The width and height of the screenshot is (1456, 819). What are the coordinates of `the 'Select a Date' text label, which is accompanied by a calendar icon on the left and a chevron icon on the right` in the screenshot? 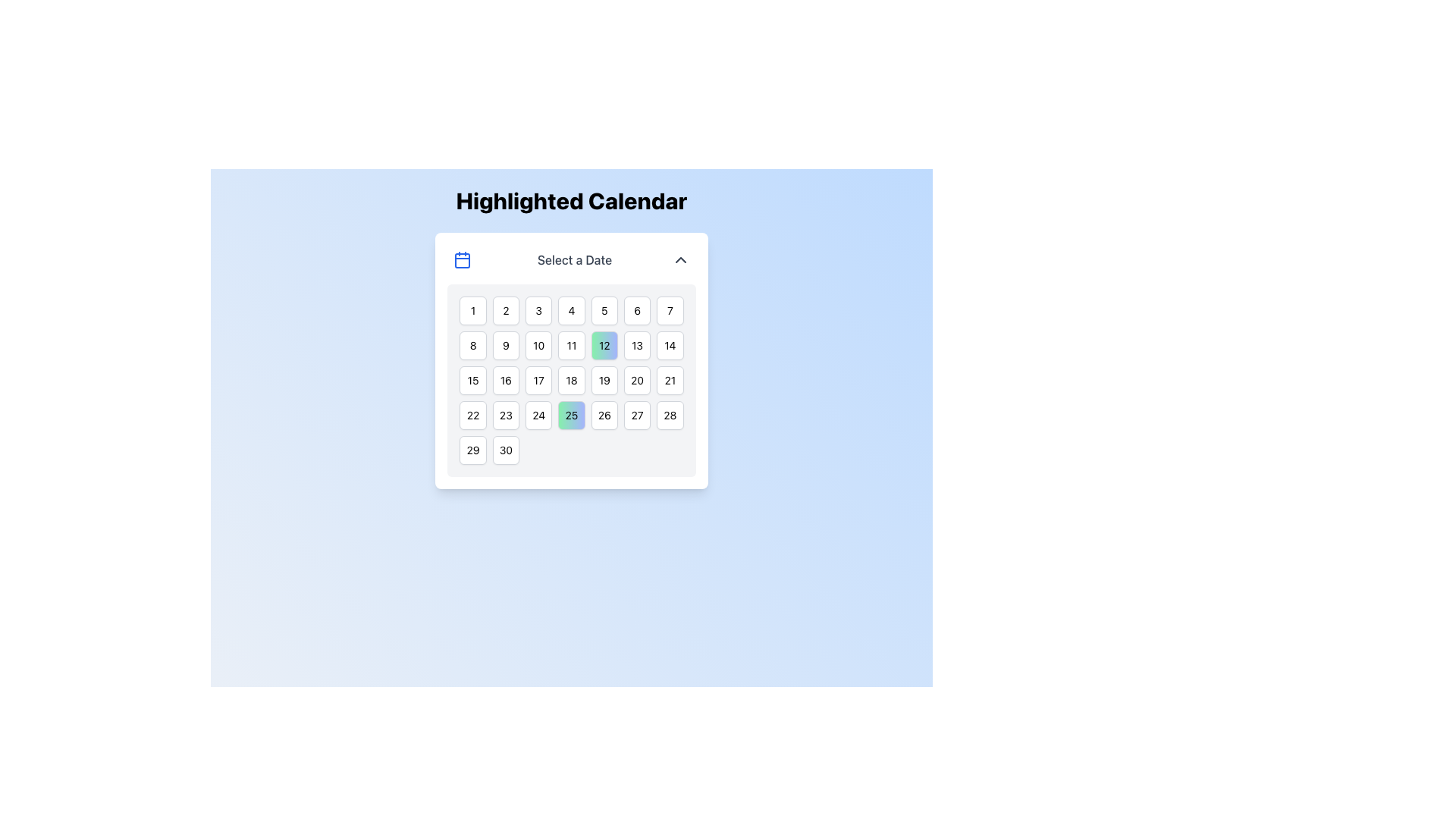 It's located at (570, 259).